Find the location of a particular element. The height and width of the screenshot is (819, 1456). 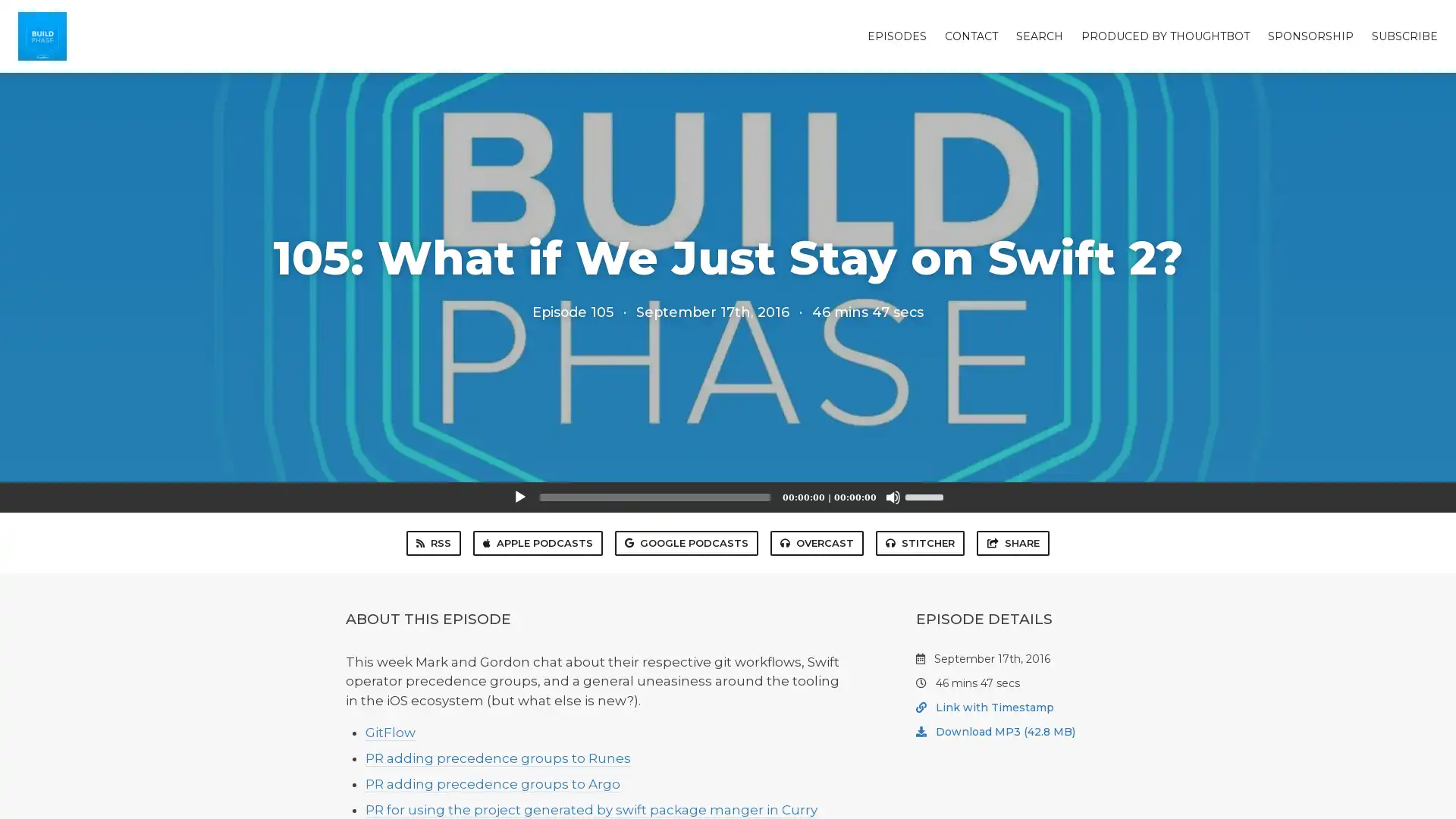

Play is located at coordinates (520, 497).